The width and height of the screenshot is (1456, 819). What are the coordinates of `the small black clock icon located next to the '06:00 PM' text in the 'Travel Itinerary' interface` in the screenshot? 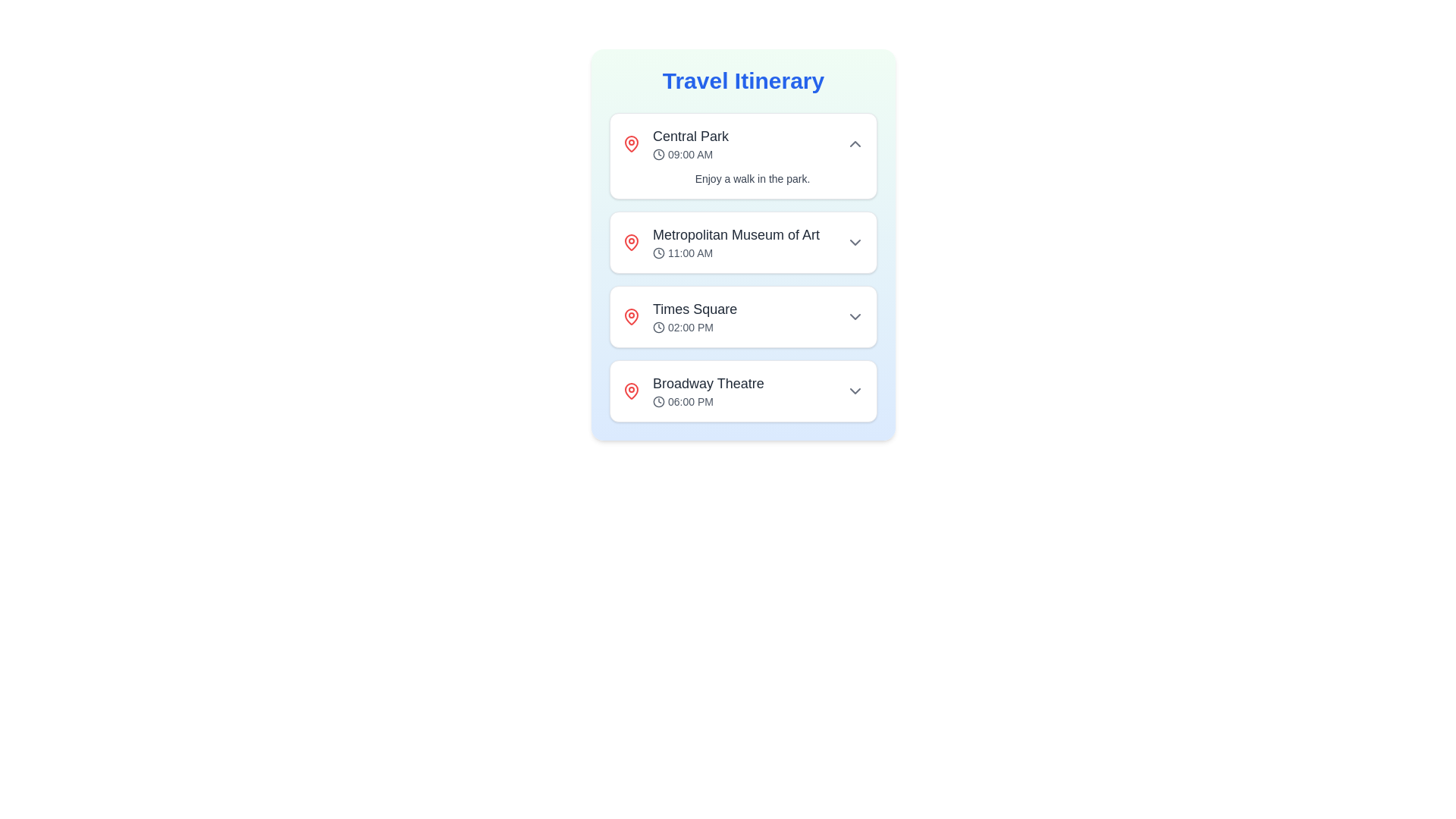 It's located at (658, 400).